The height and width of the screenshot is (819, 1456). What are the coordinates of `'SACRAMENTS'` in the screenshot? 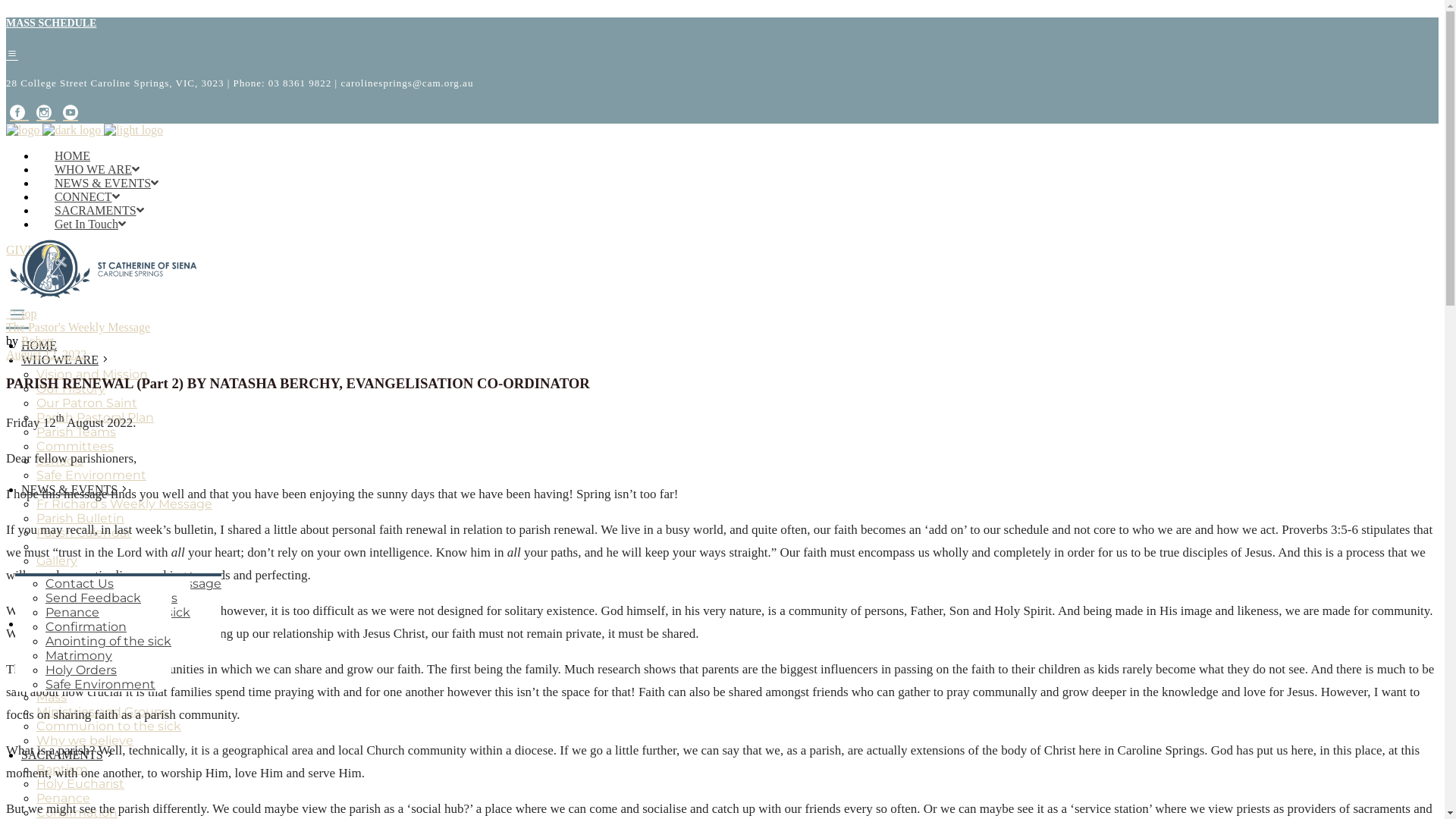 It's located at (21, 754).